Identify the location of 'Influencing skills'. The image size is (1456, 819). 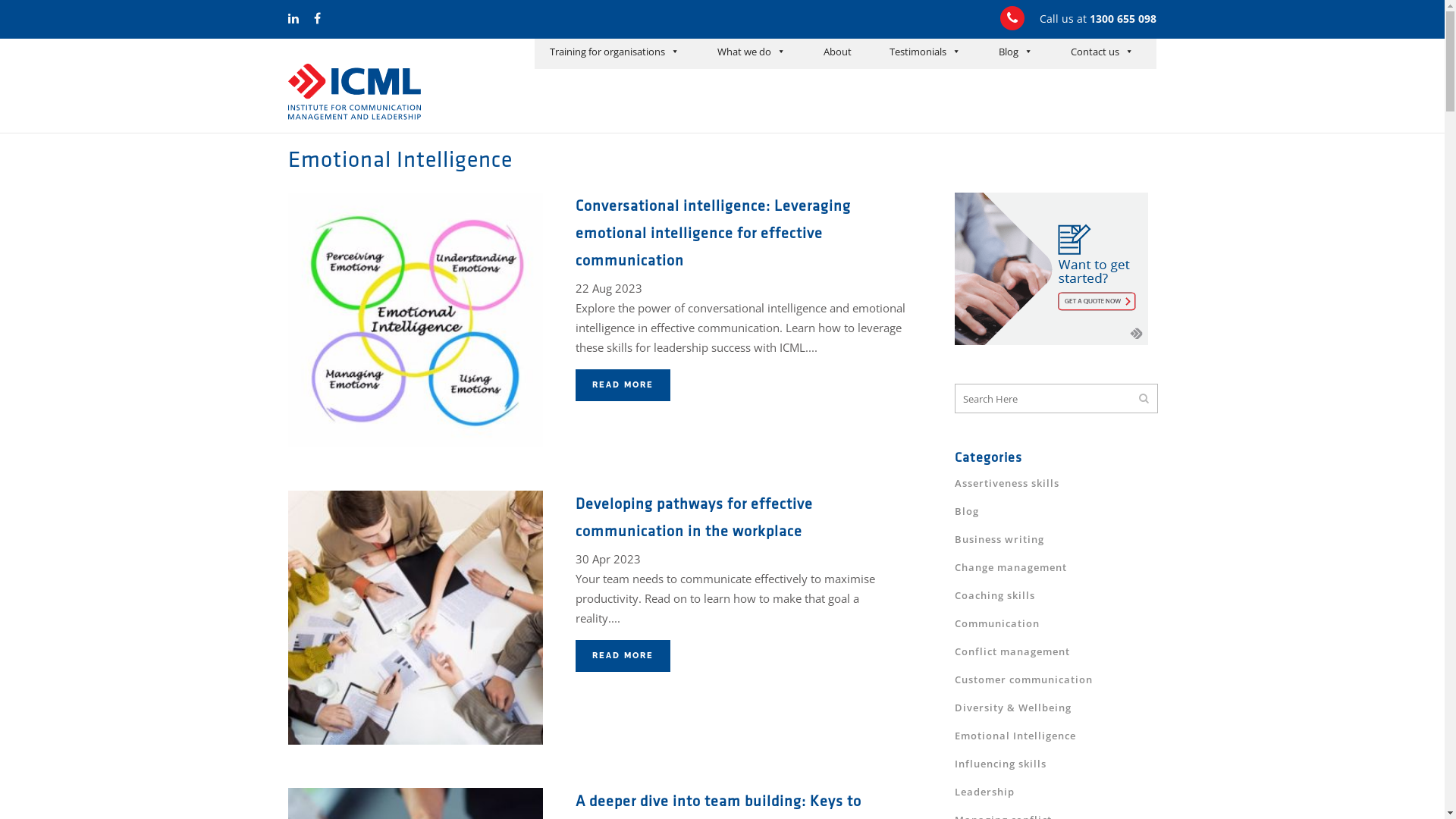
(953, 763).